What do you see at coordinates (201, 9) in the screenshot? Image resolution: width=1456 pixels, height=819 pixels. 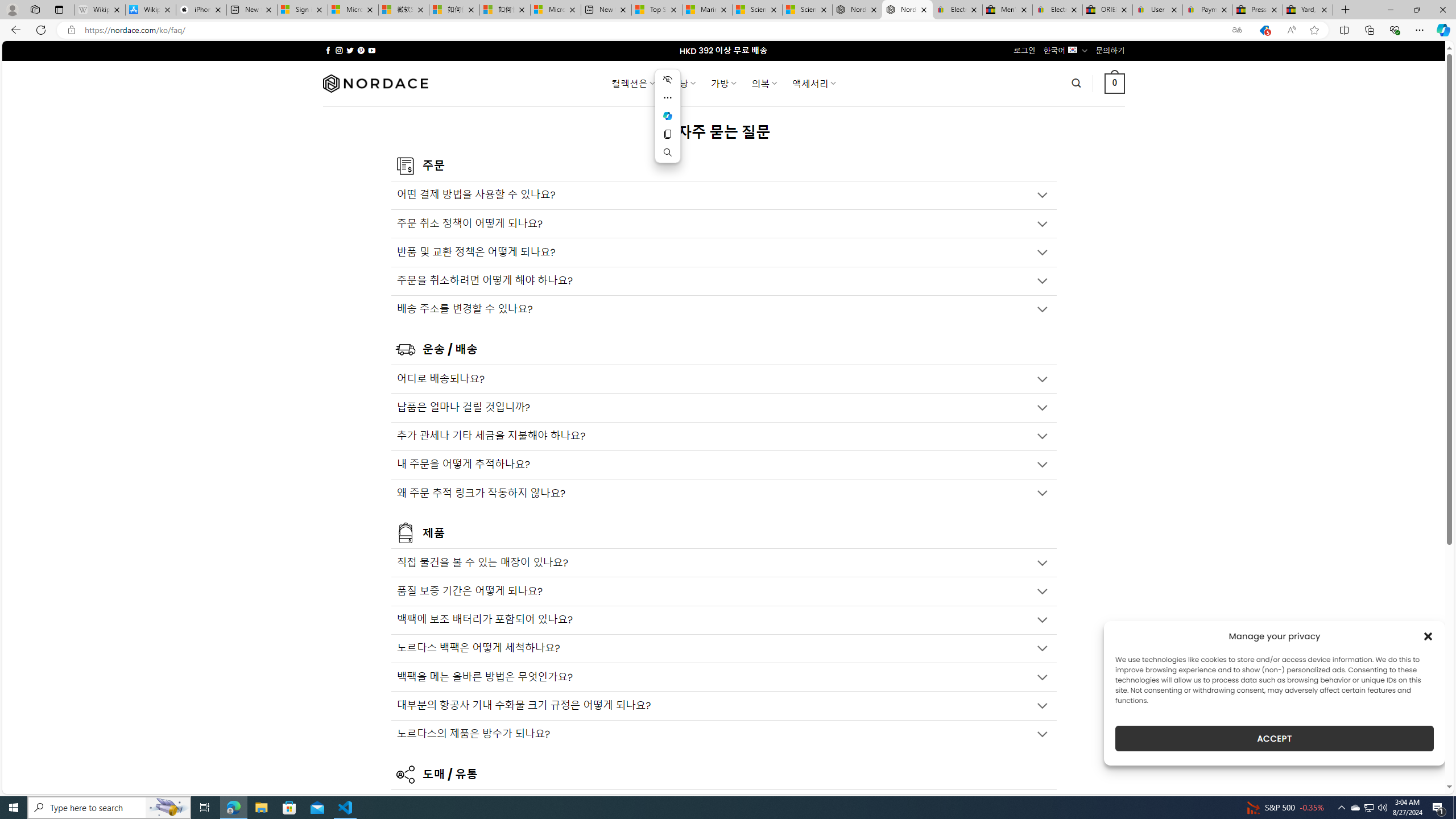 I see `'iPhone - Apple'` at bounding box center [201, 9].